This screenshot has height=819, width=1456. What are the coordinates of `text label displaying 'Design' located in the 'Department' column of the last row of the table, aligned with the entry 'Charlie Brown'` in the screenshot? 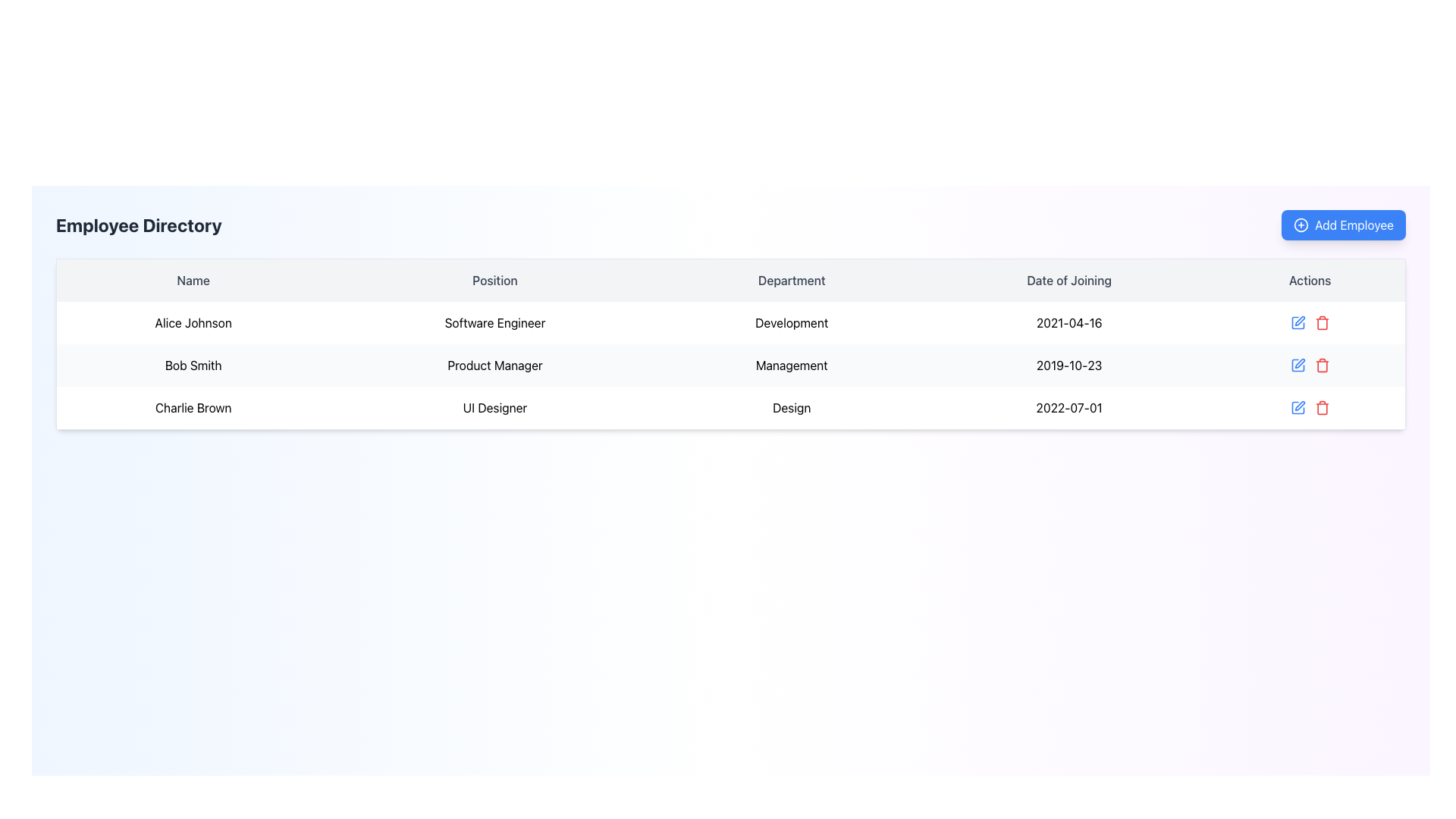 It's located at (791, 407).